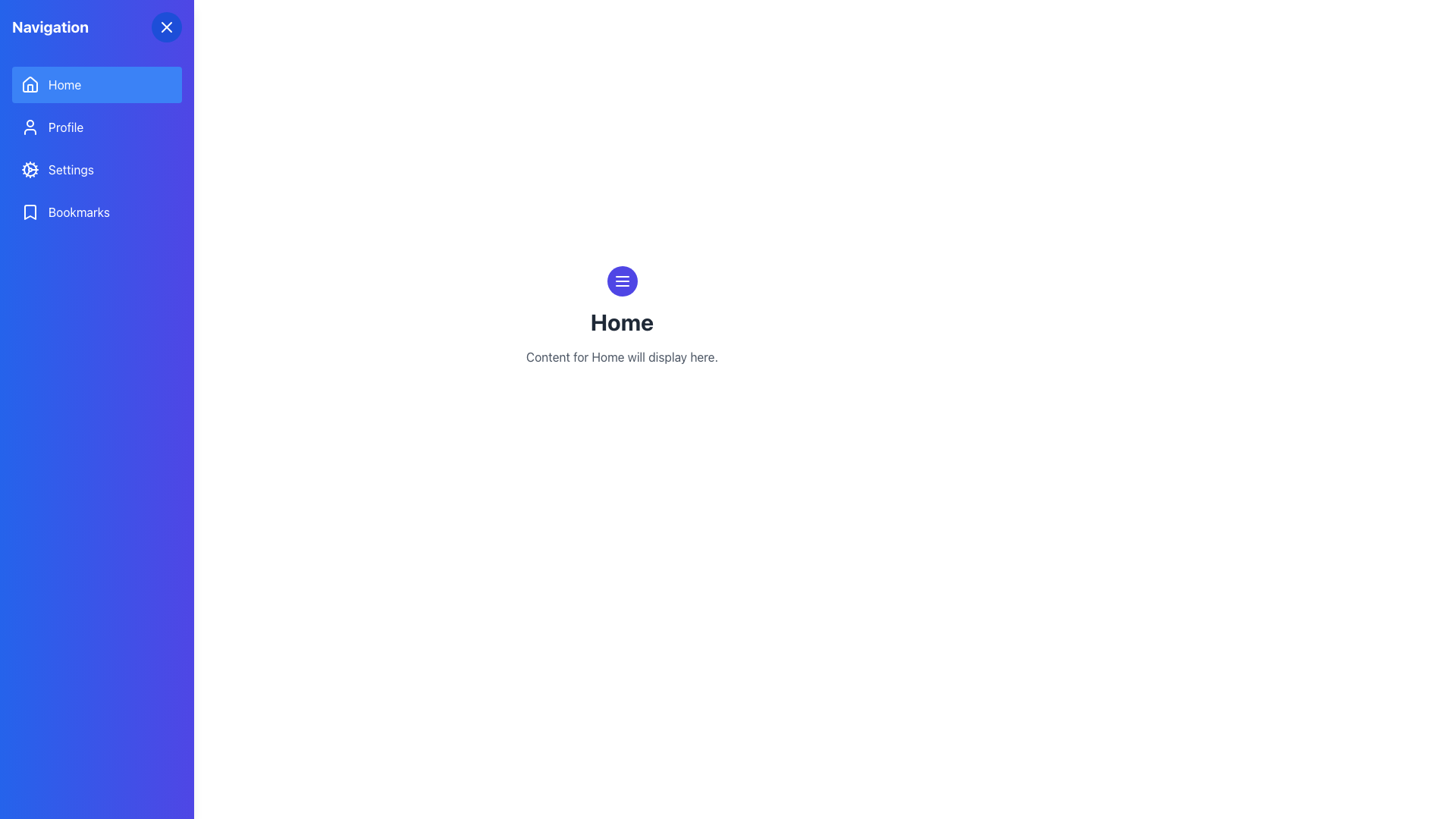  Describe the element at coordinates (70, 169) in the screenshot. I see `the 'Settings' text label in the sidebar menu` at that location.